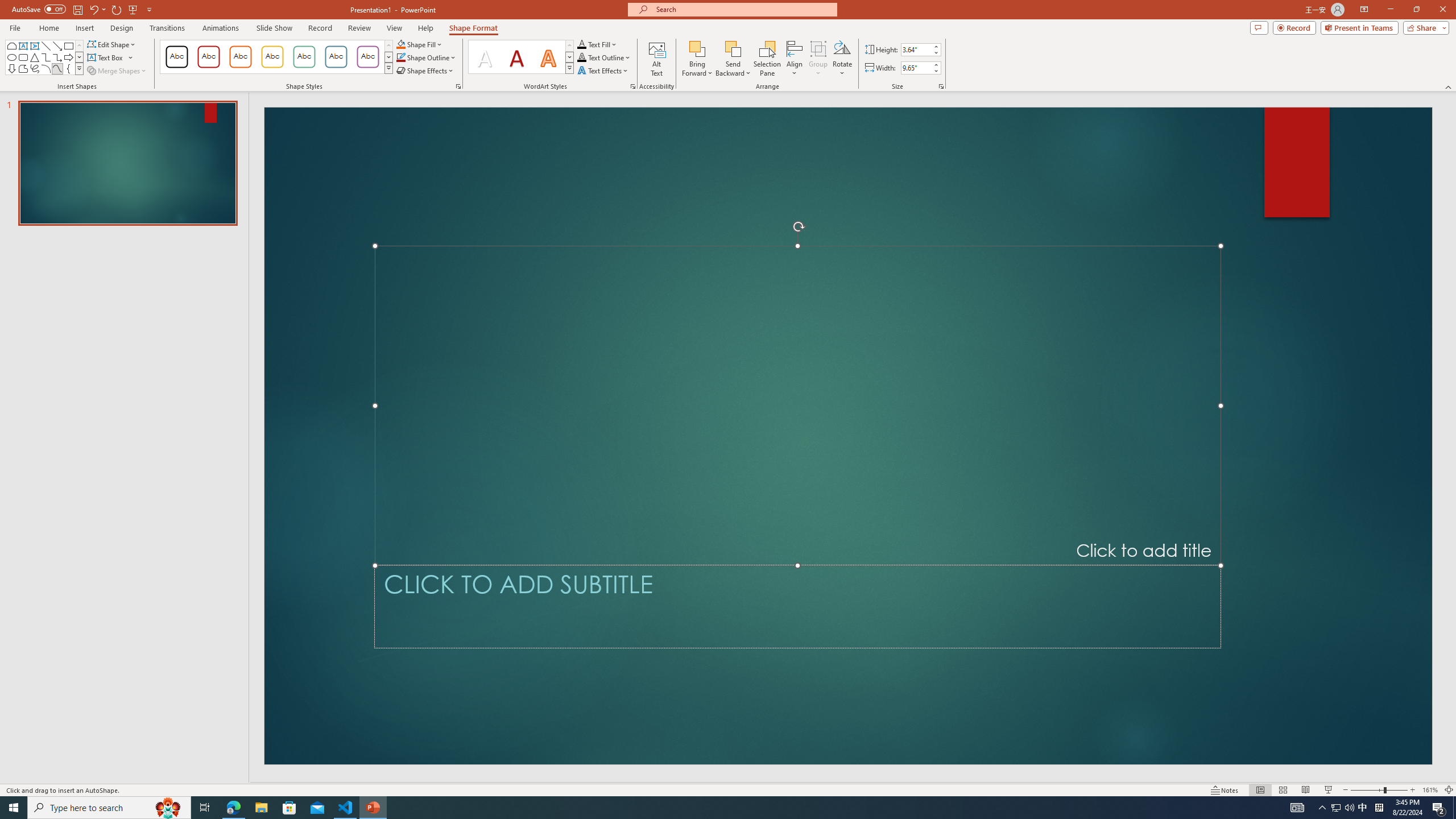 Image resolution: width=1456 pixels, height=819 pixels. Describe the element at coordinates (84, 28) in the screenshot. I see `'Insert'` at that location.